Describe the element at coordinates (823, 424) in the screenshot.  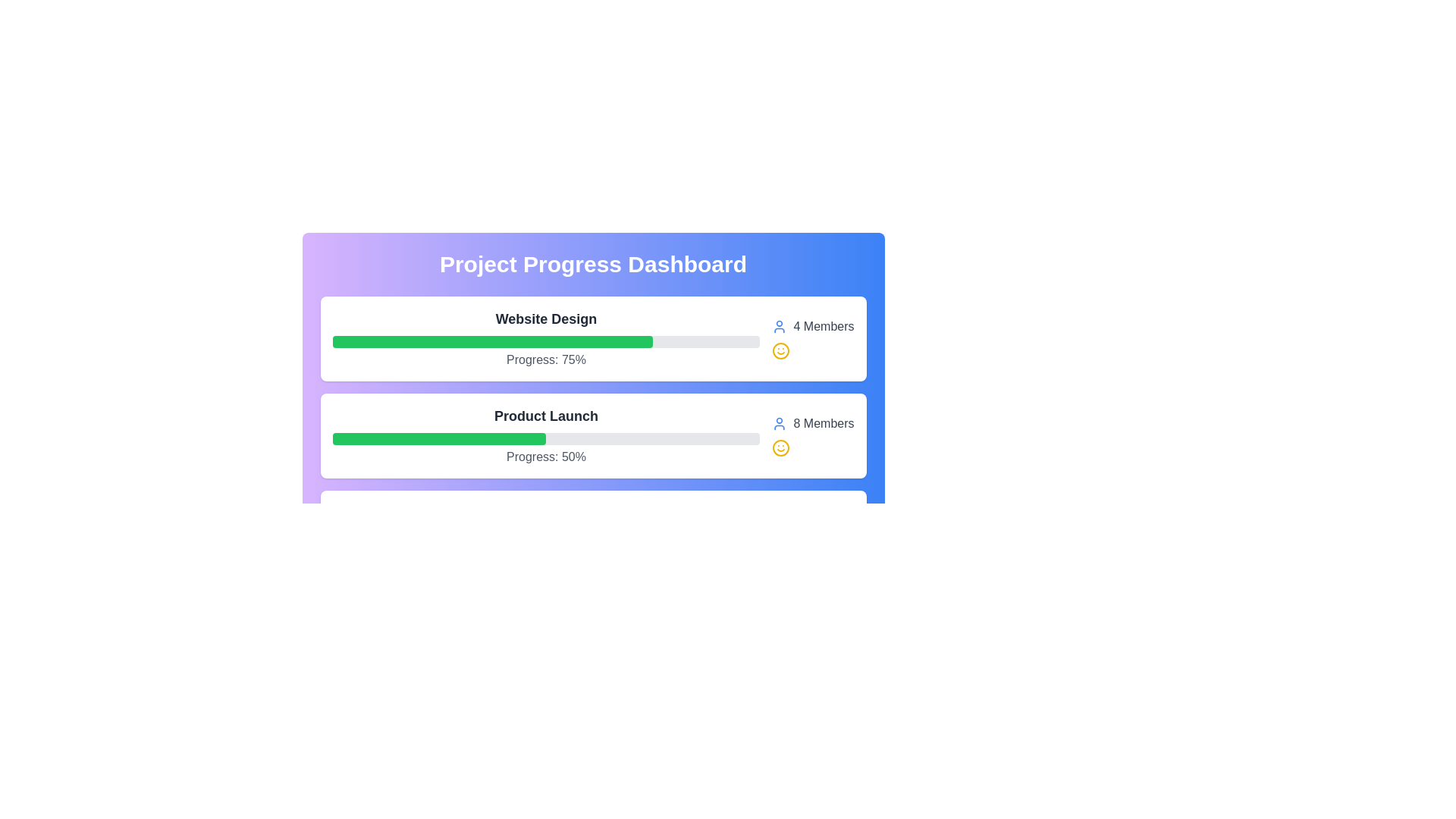
I see `the Text Label indicating the number of members involved in the 'Product Launch' project, located near the top-right corner of the 'Product Launch' progress section` at that location.